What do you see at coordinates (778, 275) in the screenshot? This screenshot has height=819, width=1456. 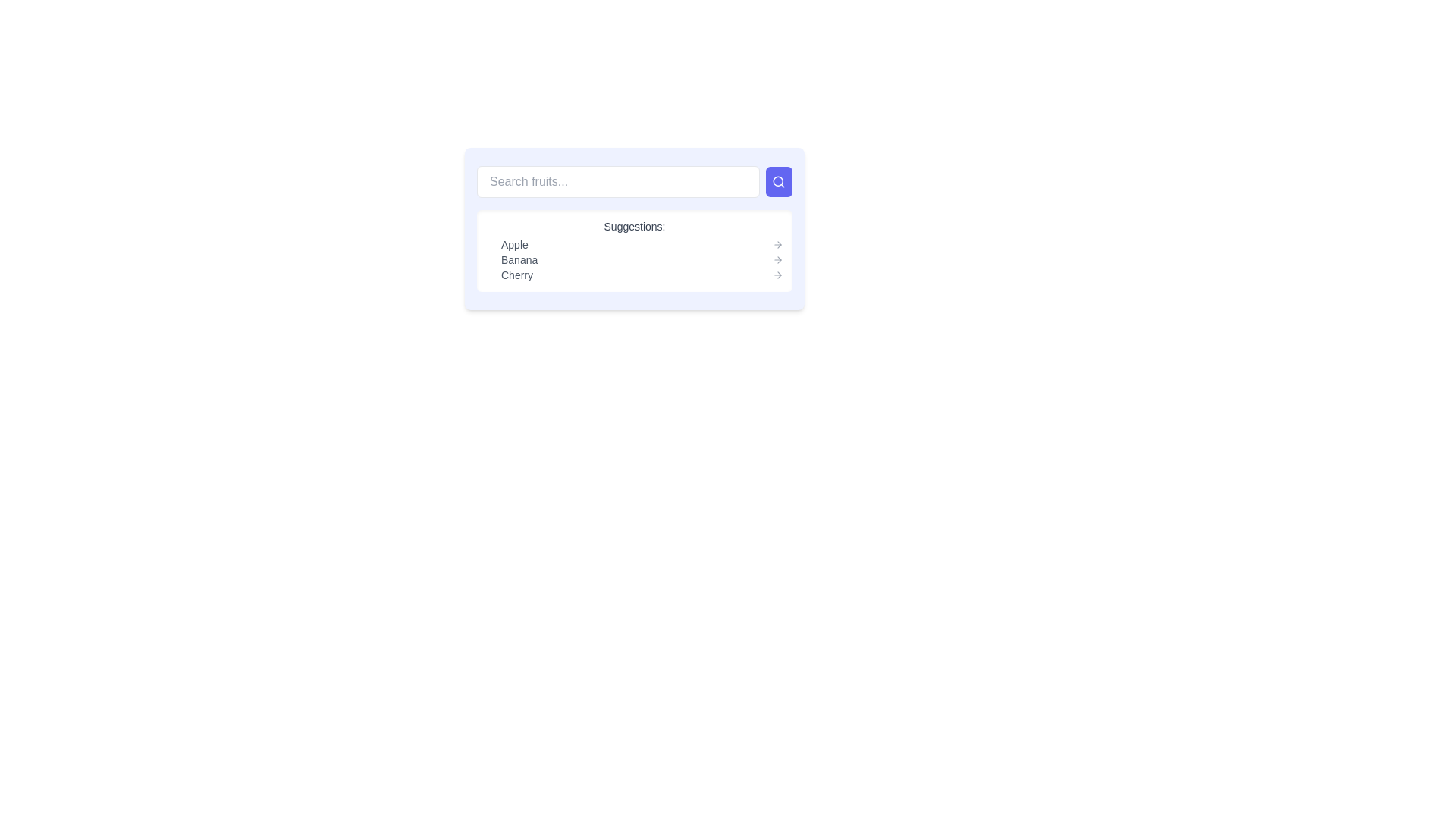 I see `the action trigger icon located on the far right of the 'Cherry' entry to initiate its corresponding action` at bounding box center [778, 275].